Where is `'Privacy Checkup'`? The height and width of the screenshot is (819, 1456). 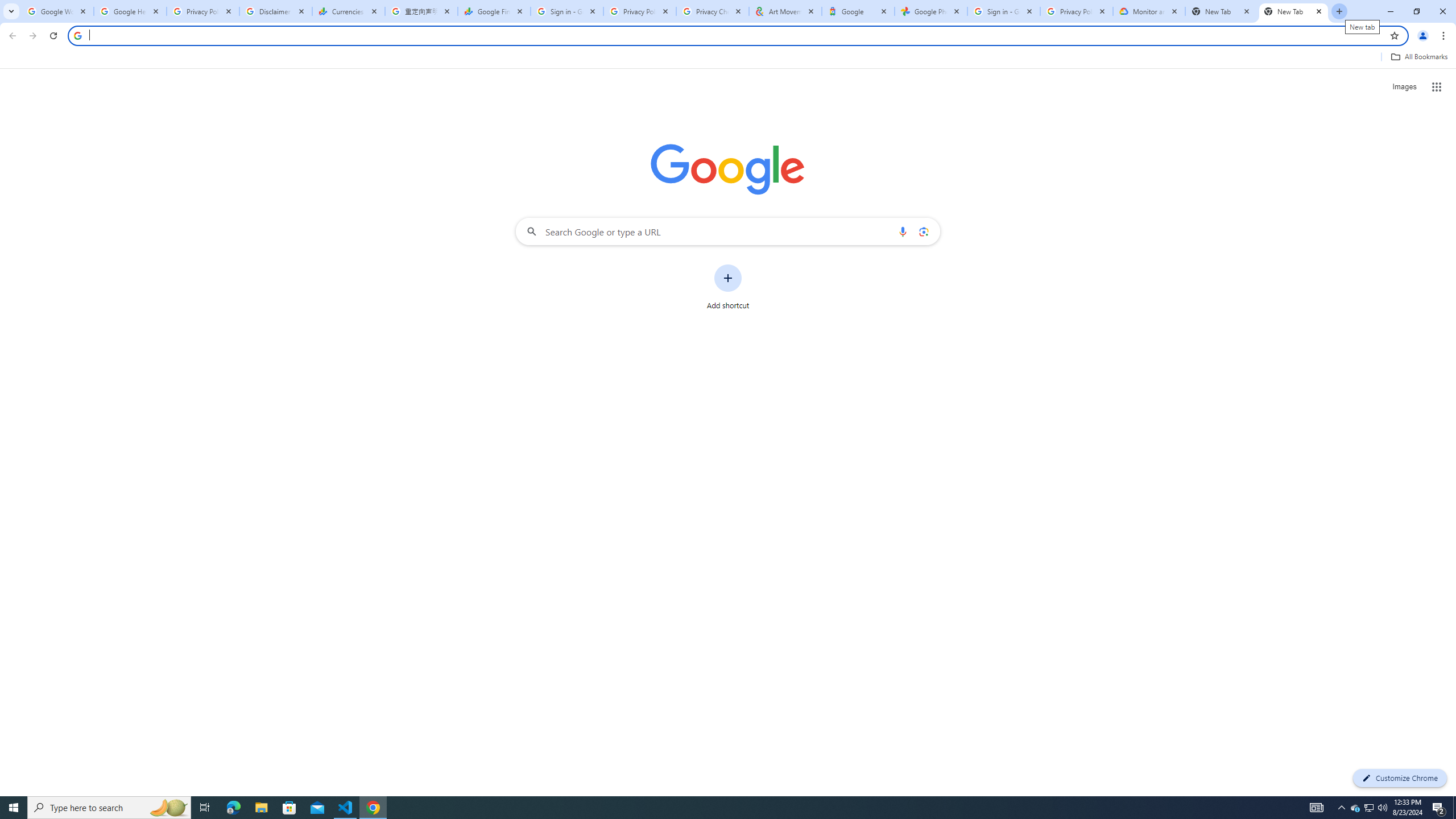 'Privacy Checkup' is located at coordinates (712, 11).